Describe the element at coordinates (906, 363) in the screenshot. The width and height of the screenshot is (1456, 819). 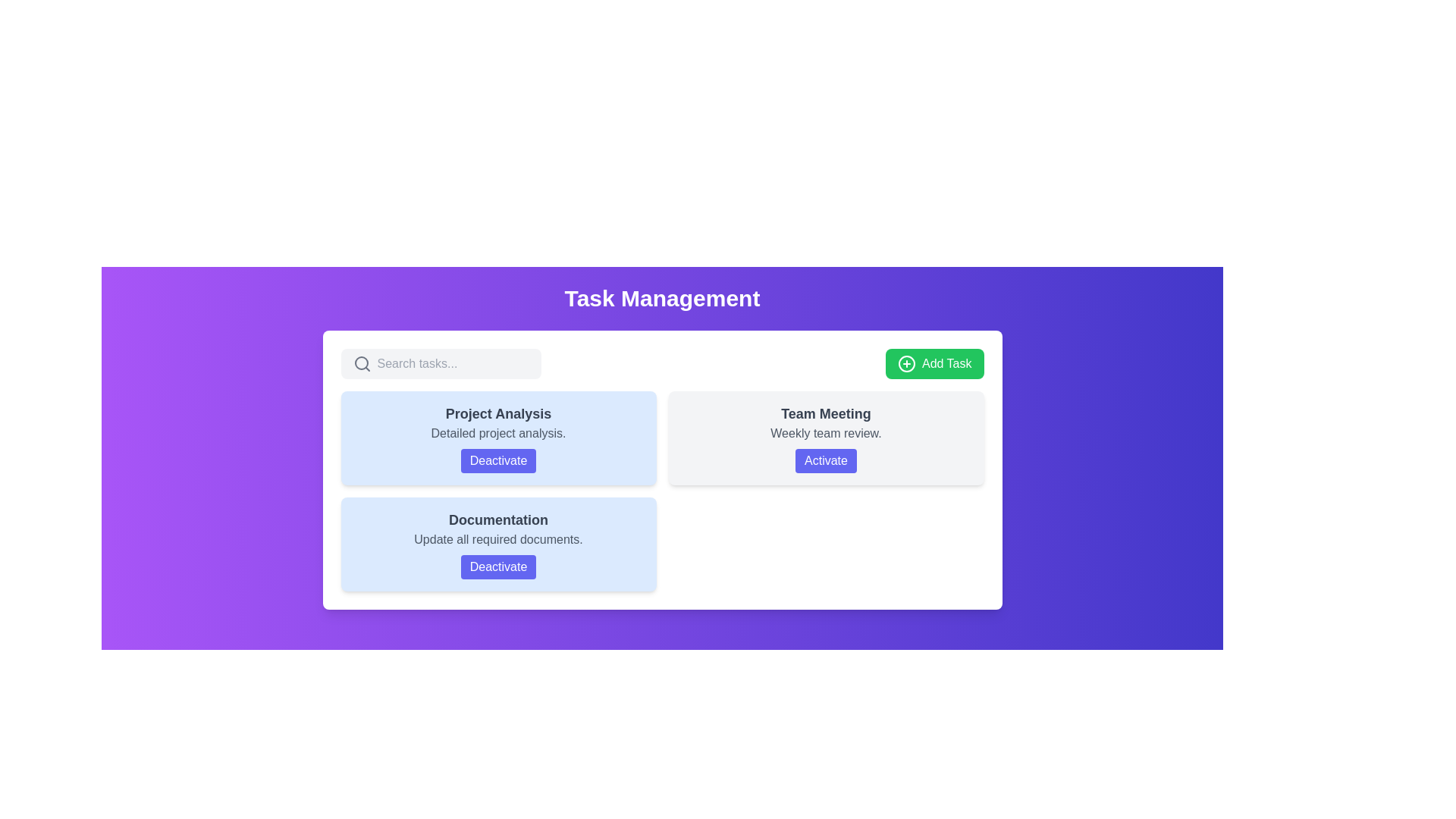
I see `the circular green icon with a white plus sign, which is part of the 'Add Task' button, located in the top-right area of the interface` at that location.